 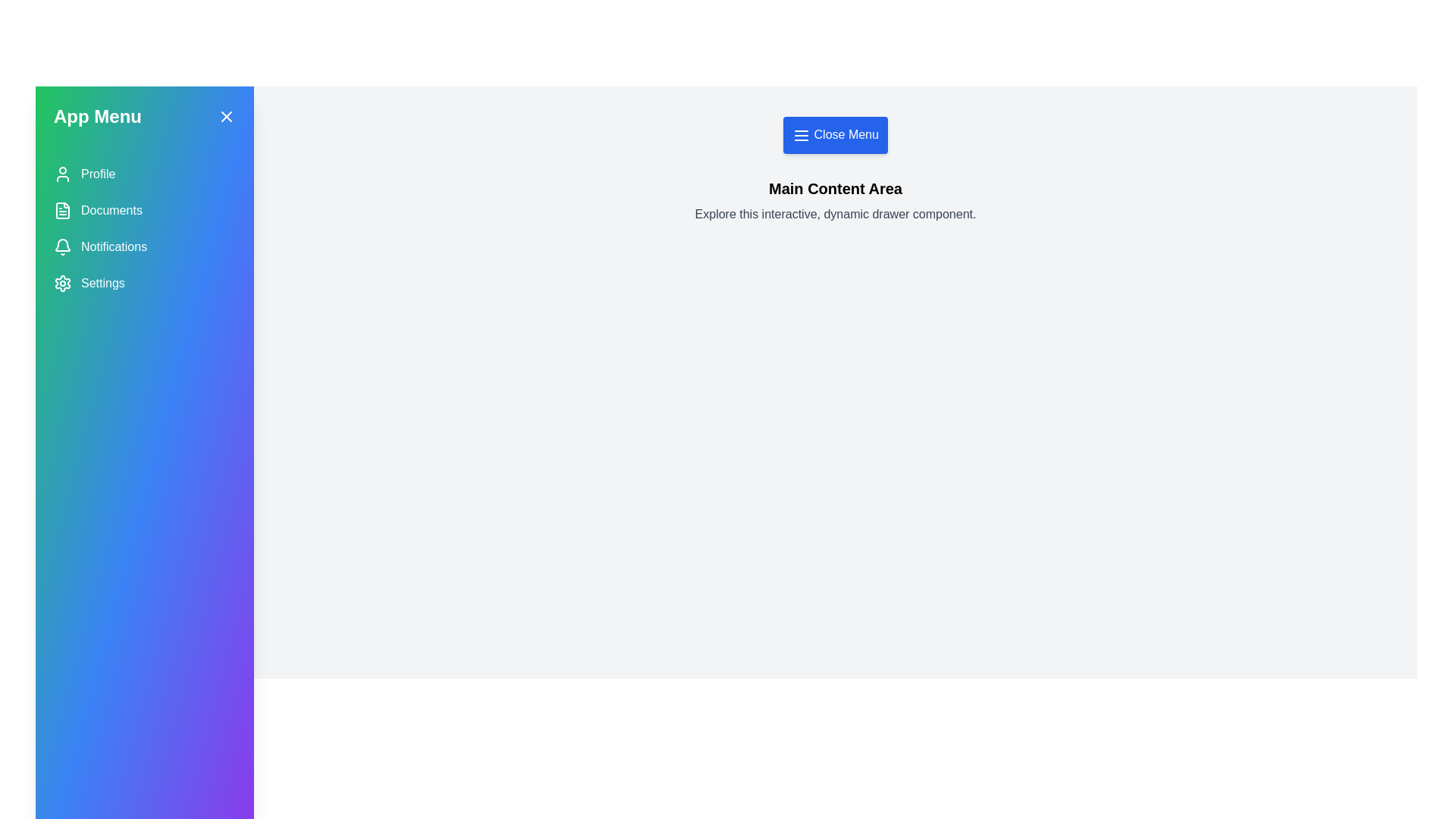 I want to click on the close button (X) in the drawer to close it, so click(x=225, y=116).